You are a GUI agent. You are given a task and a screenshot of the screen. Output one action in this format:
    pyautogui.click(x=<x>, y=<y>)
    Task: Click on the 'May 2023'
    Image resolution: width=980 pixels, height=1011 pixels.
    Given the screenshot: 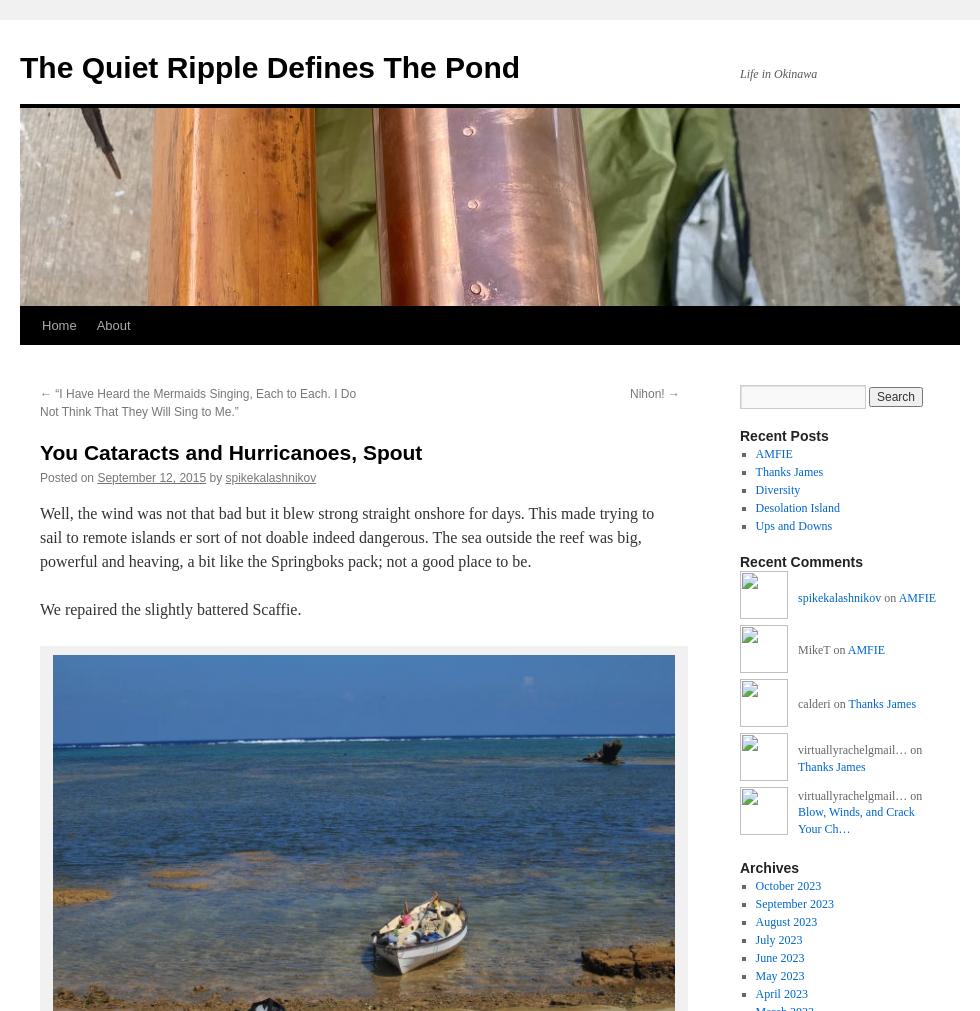 What is the action you would take?
    pyautogui.click(x=779, y=975)
    